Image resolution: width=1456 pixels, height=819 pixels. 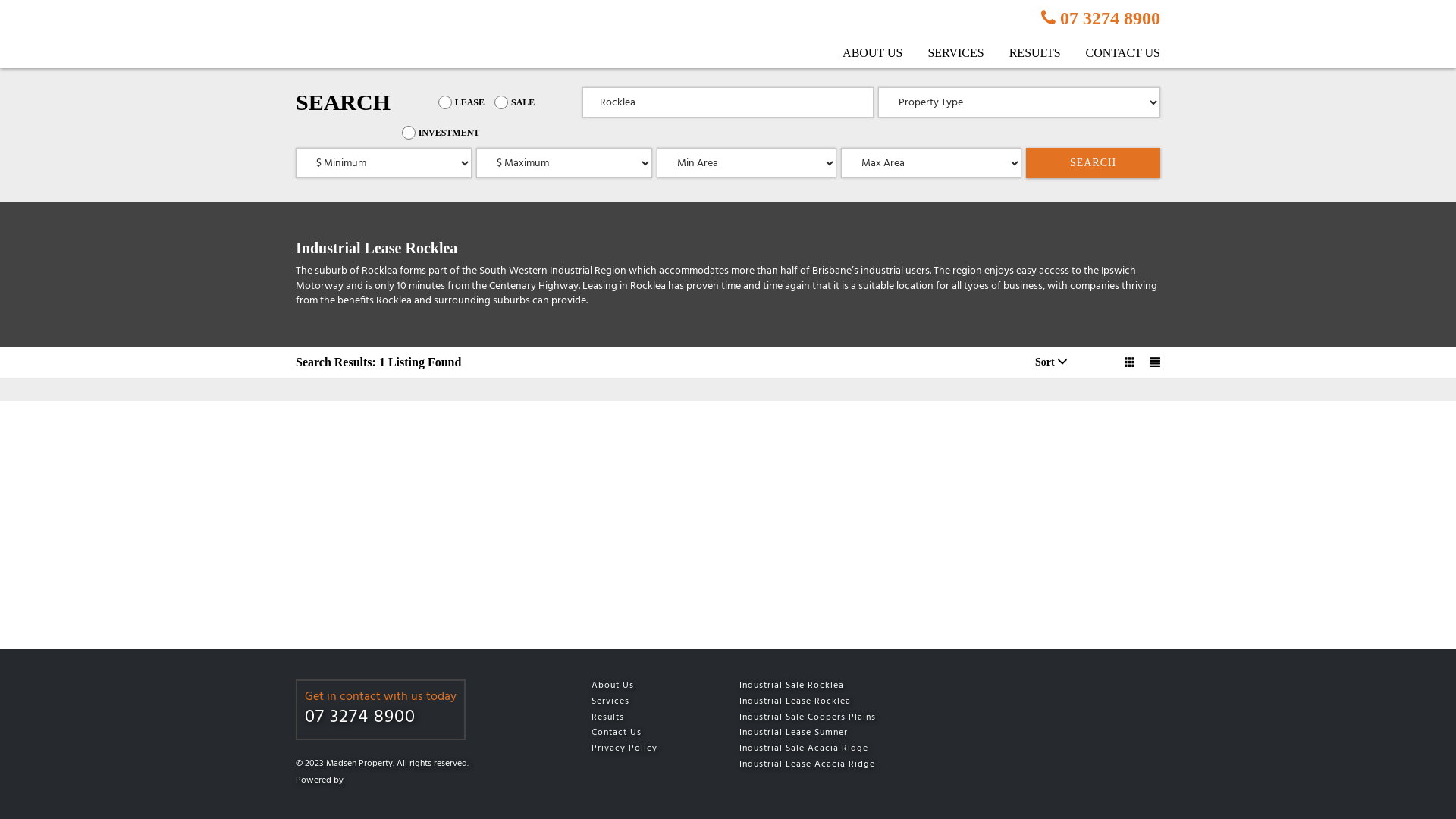 What do you see at coordinates (739, 748) in the screenshot?
I see `'Industrial Sale Acacia Ridge'` at bounding box center [739, 748].